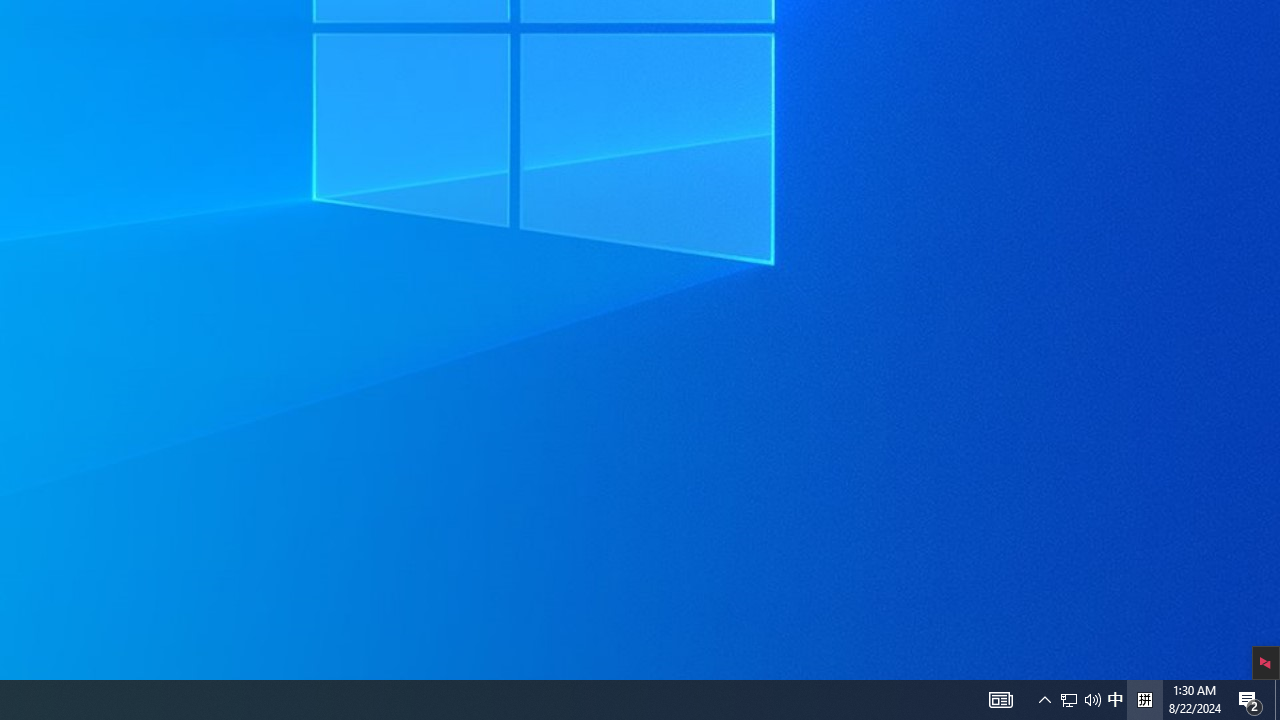  What do you see at coordinates (1000, 698) in the screenshot?
I see `'AutomationID: 4105'` at bounding box center [1000, 698].